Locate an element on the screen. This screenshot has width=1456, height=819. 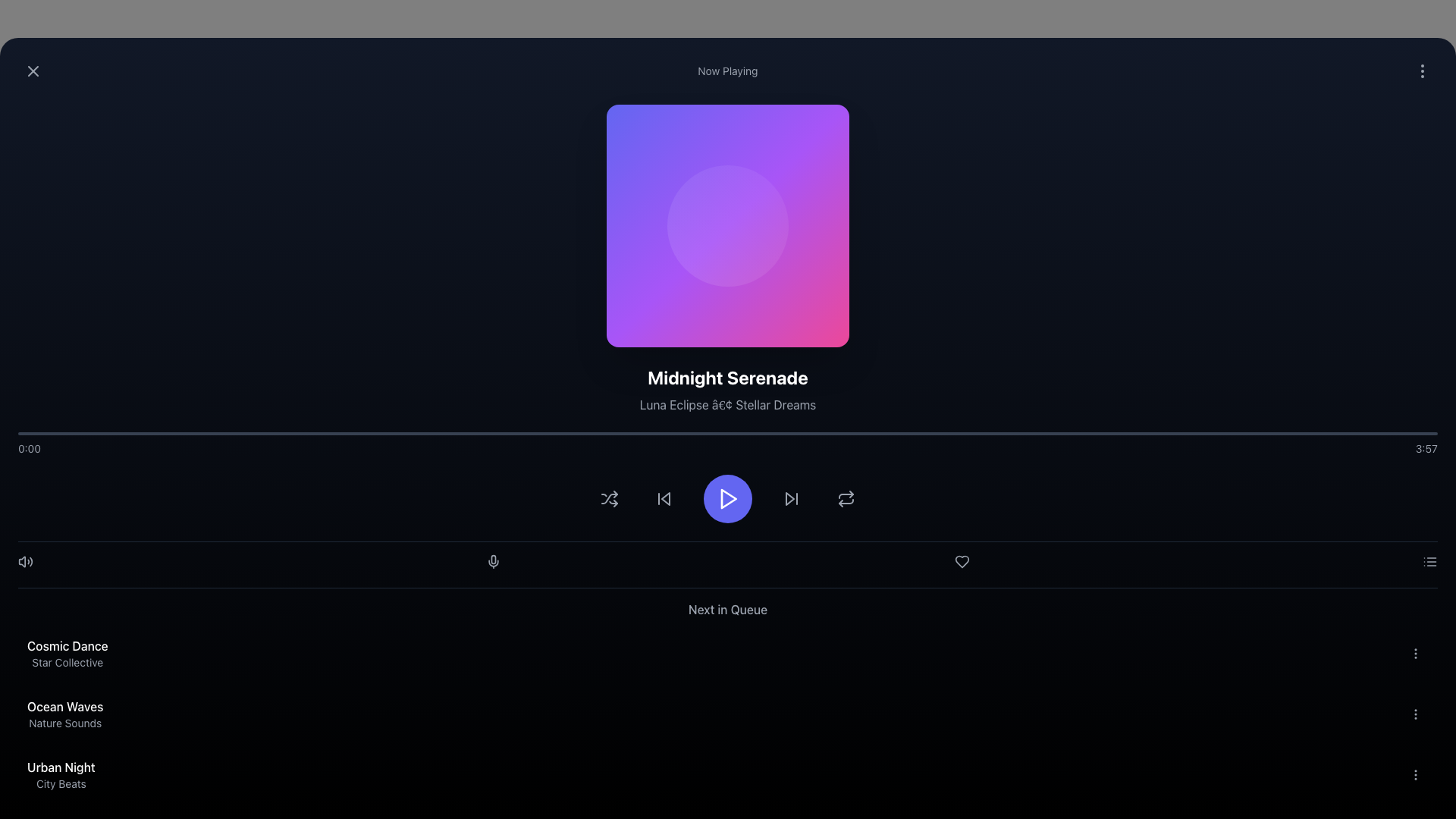
the title label that is positioned above the text label 'Luna Eclipse â¢ Stellar Dreams' and below a square image is located at coordinates (728, 376).